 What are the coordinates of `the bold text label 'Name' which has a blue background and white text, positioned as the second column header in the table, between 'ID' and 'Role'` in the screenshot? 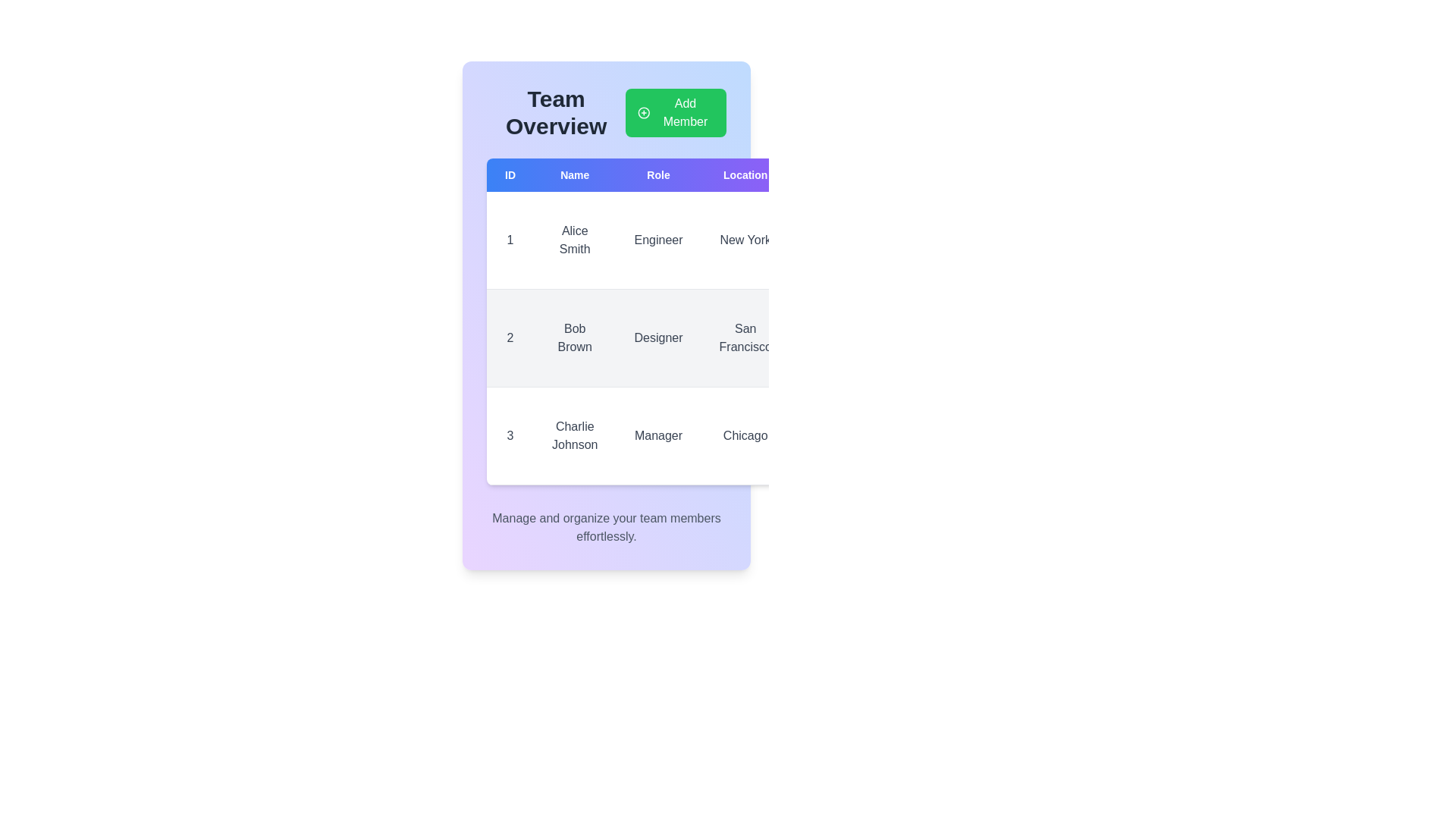 It's located at (574, 174).